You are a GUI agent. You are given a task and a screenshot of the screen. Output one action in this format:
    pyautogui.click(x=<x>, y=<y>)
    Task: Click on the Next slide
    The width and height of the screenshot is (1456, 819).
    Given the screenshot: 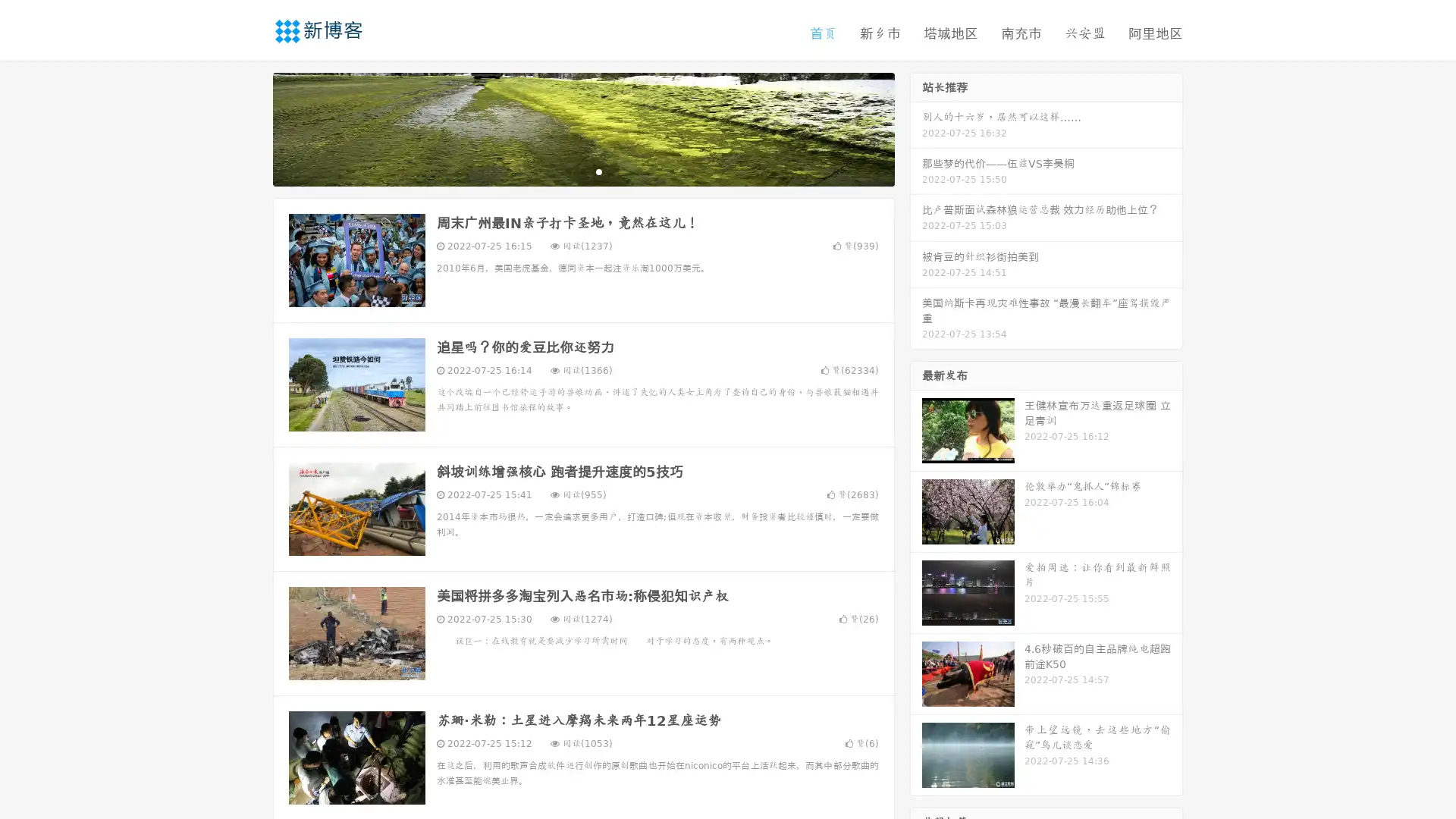 What is the action you would take?
    pyautogui.click(x=916, y=127)
    